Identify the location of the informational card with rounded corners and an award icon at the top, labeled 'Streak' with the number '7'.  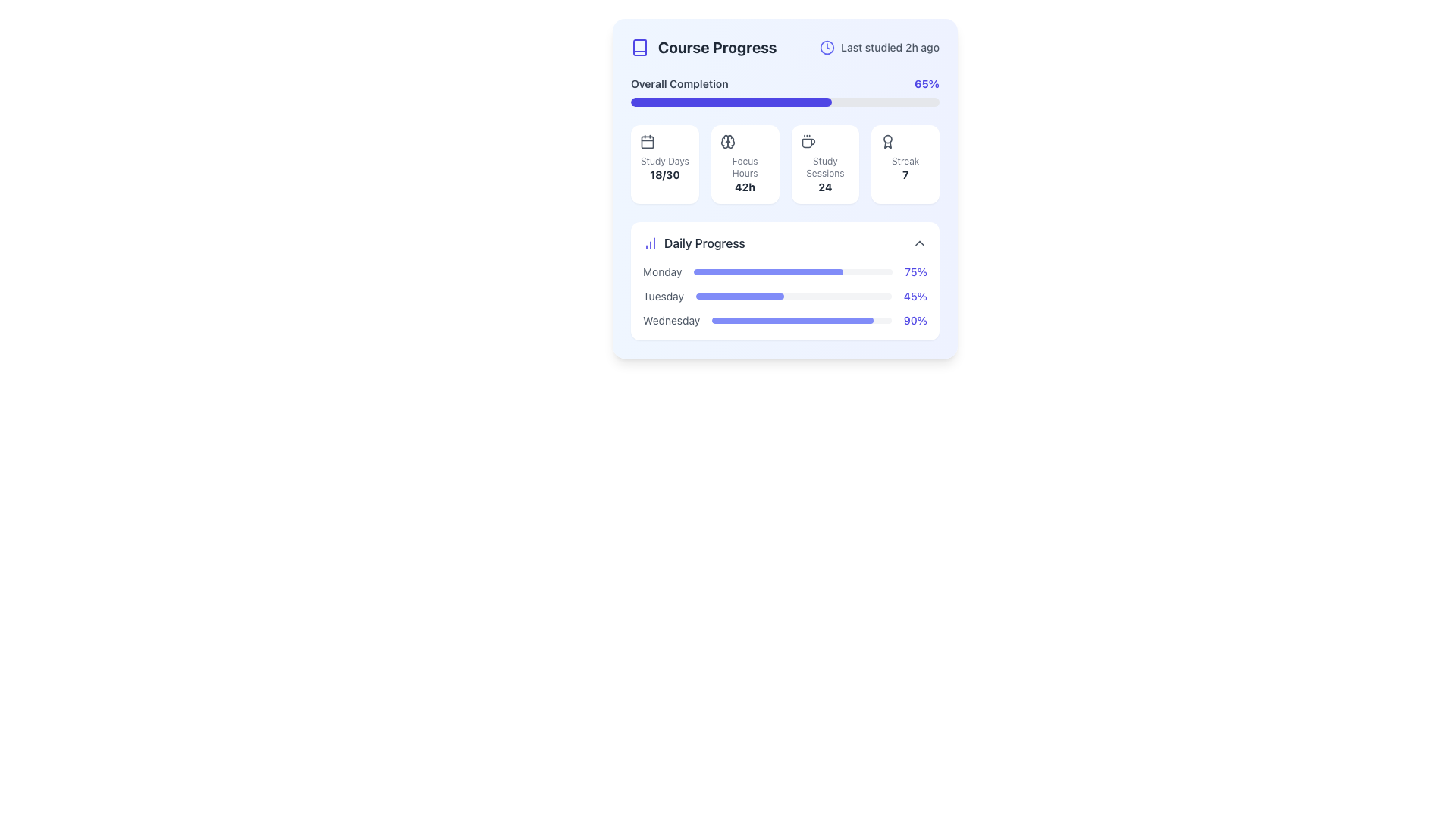
(905, 164).